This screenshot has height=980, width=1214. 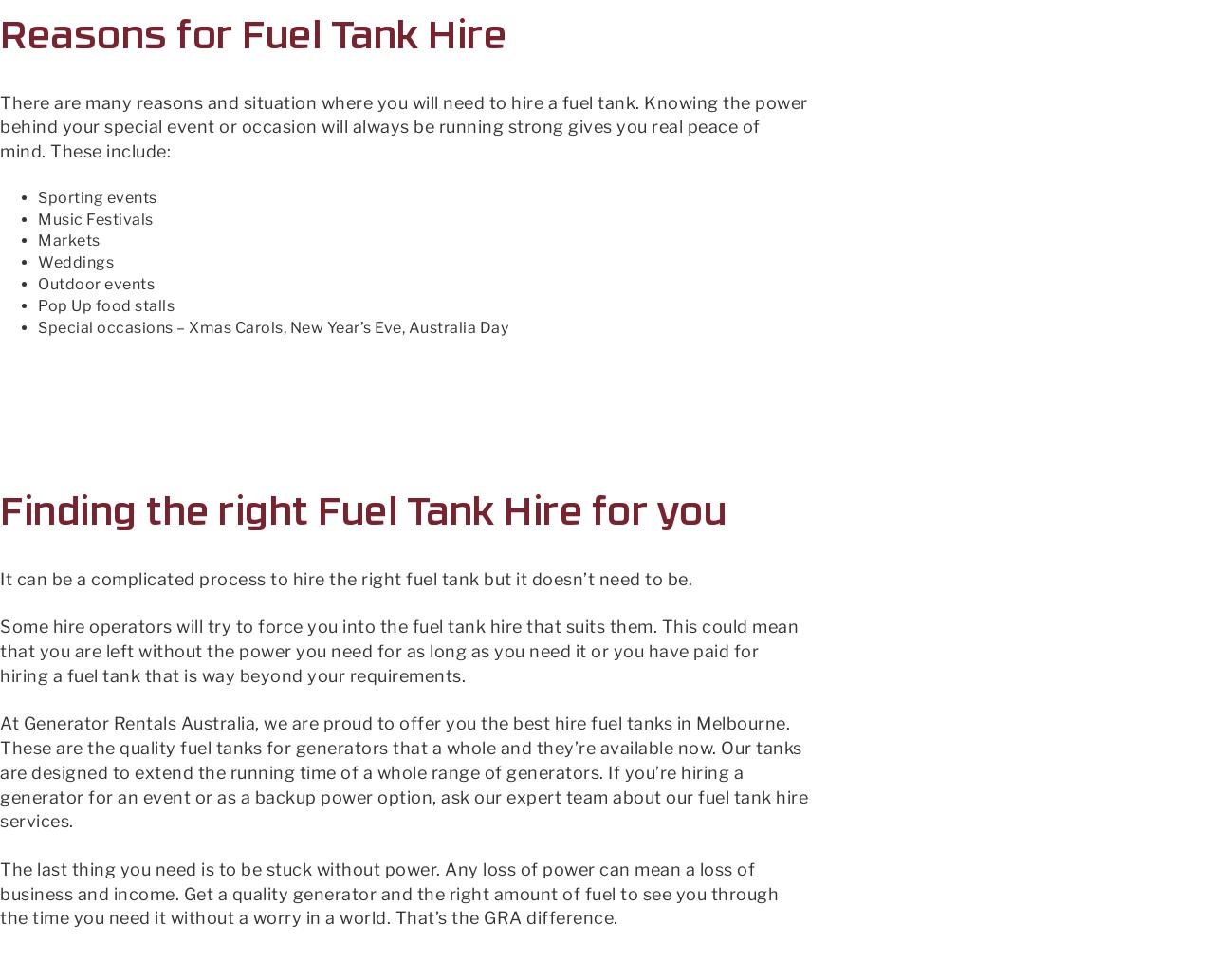 I want to click on 'Special occasions – Xmas Carols, New Year’s Eve, Australia Day', so click(x=272, y=325).